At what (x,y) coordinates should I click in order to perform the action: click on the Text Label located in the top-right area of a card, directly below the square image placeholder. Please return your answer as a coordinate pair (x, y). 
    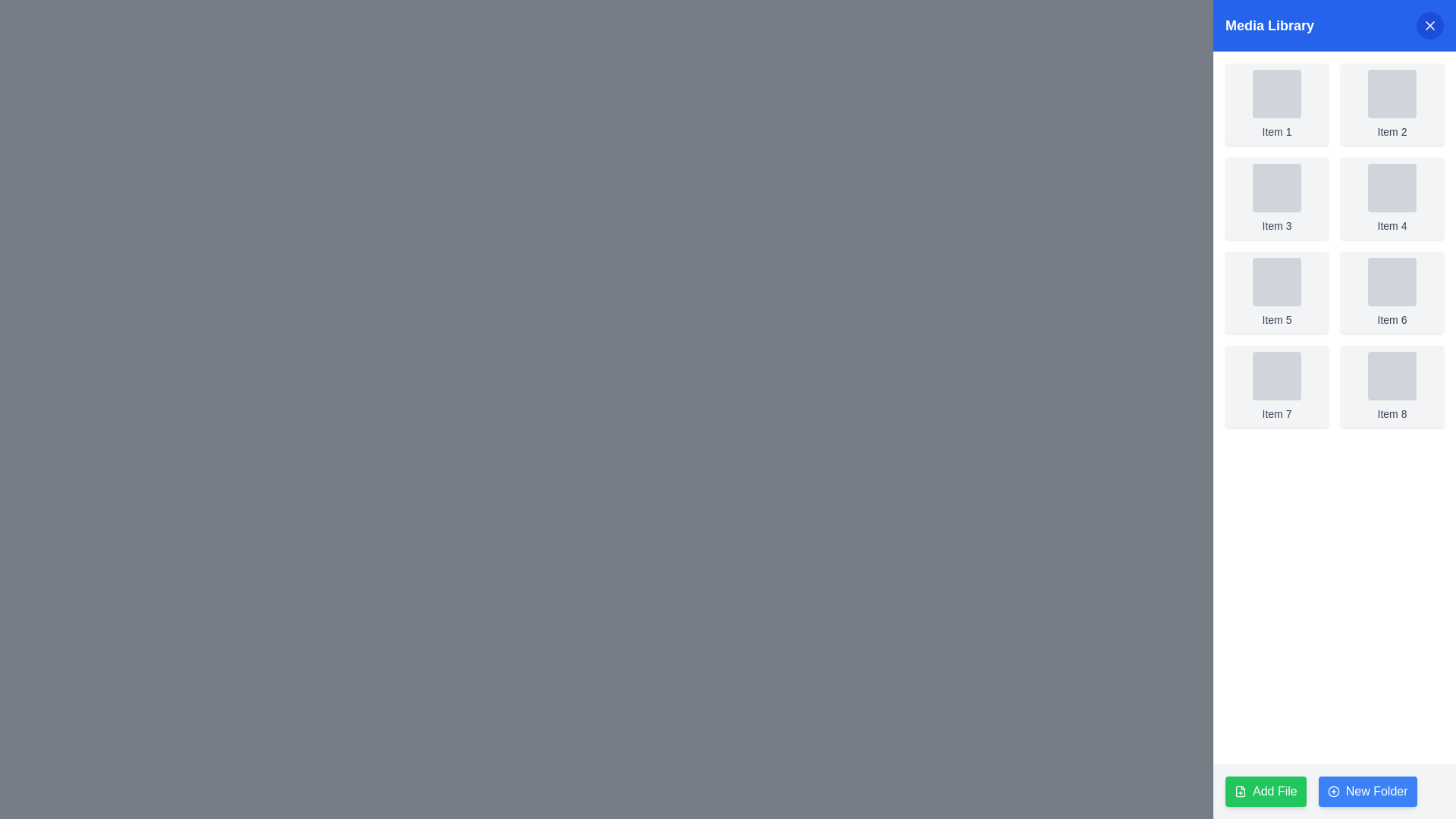
    Looking at the image, I should click on (1276, 225).